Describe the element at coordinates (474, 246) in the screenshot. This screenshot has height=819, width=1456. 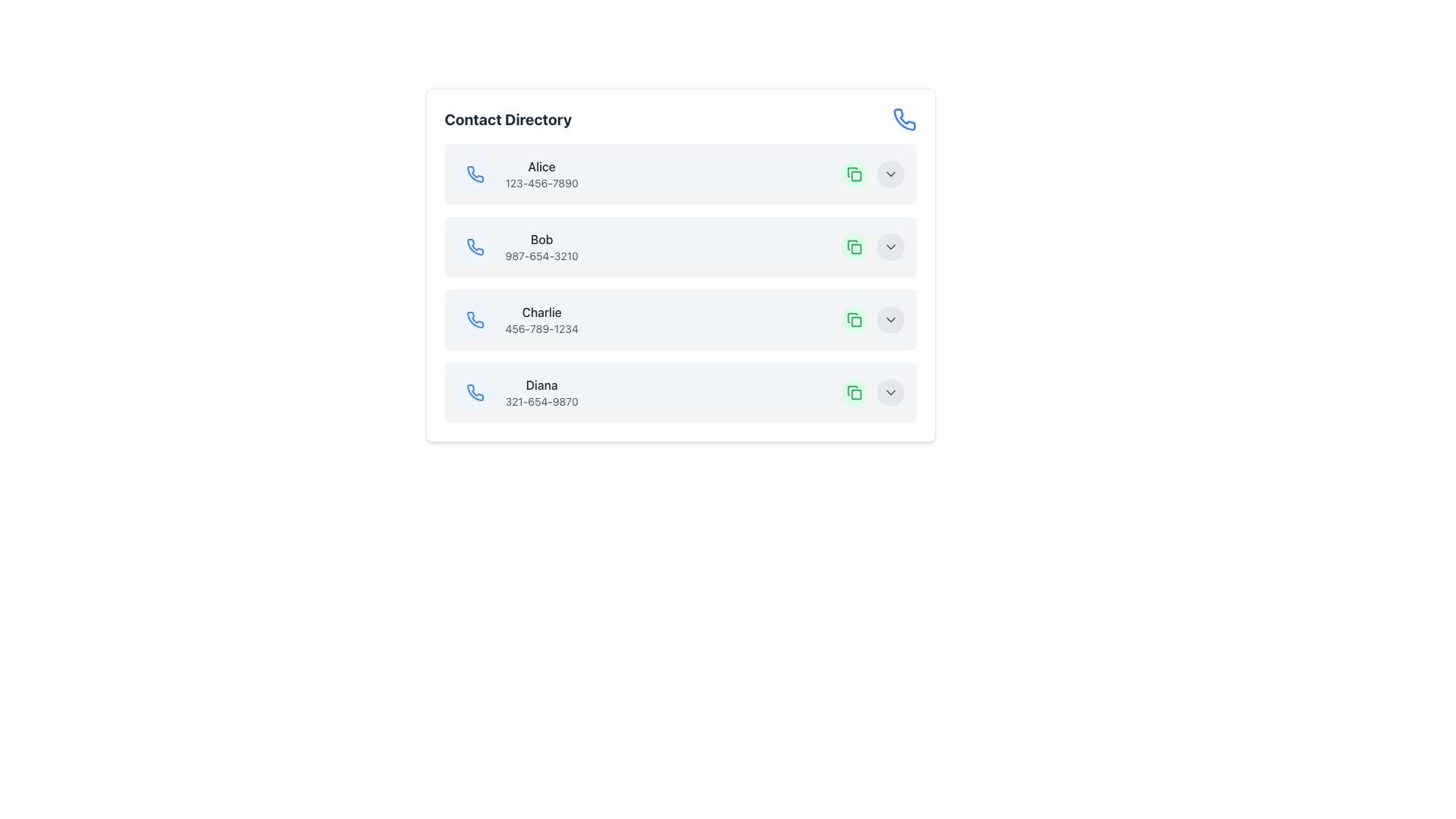
I see `the phone icon representing the option to initiate a call or view call-related details for the contact 'Bob', located to the left of the text 'Bob' with the phone number '987-654-3210'` at that location.